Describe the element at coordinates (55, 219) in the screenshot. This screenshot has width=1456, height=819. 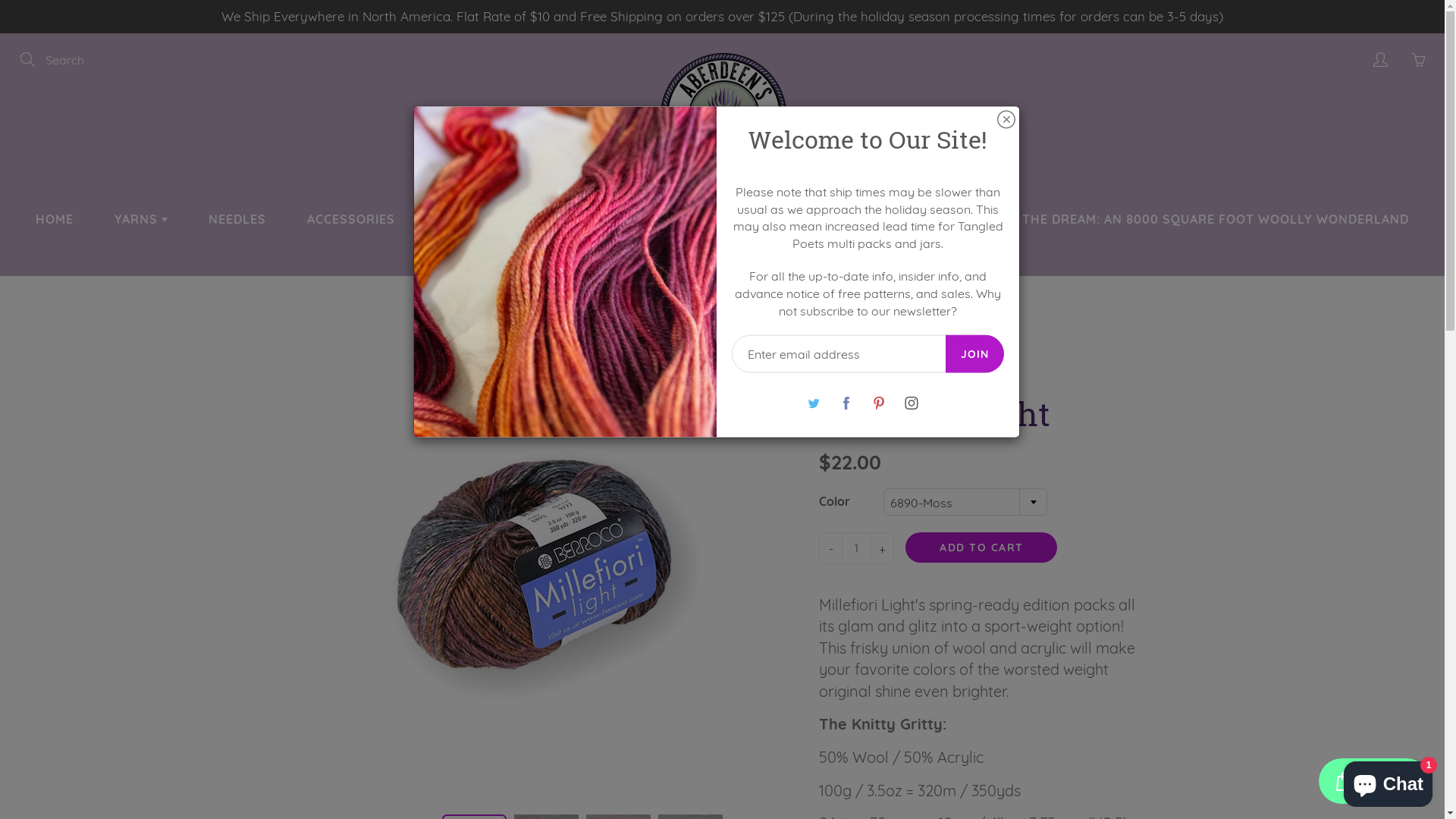
I see `'HOME'` at that location.